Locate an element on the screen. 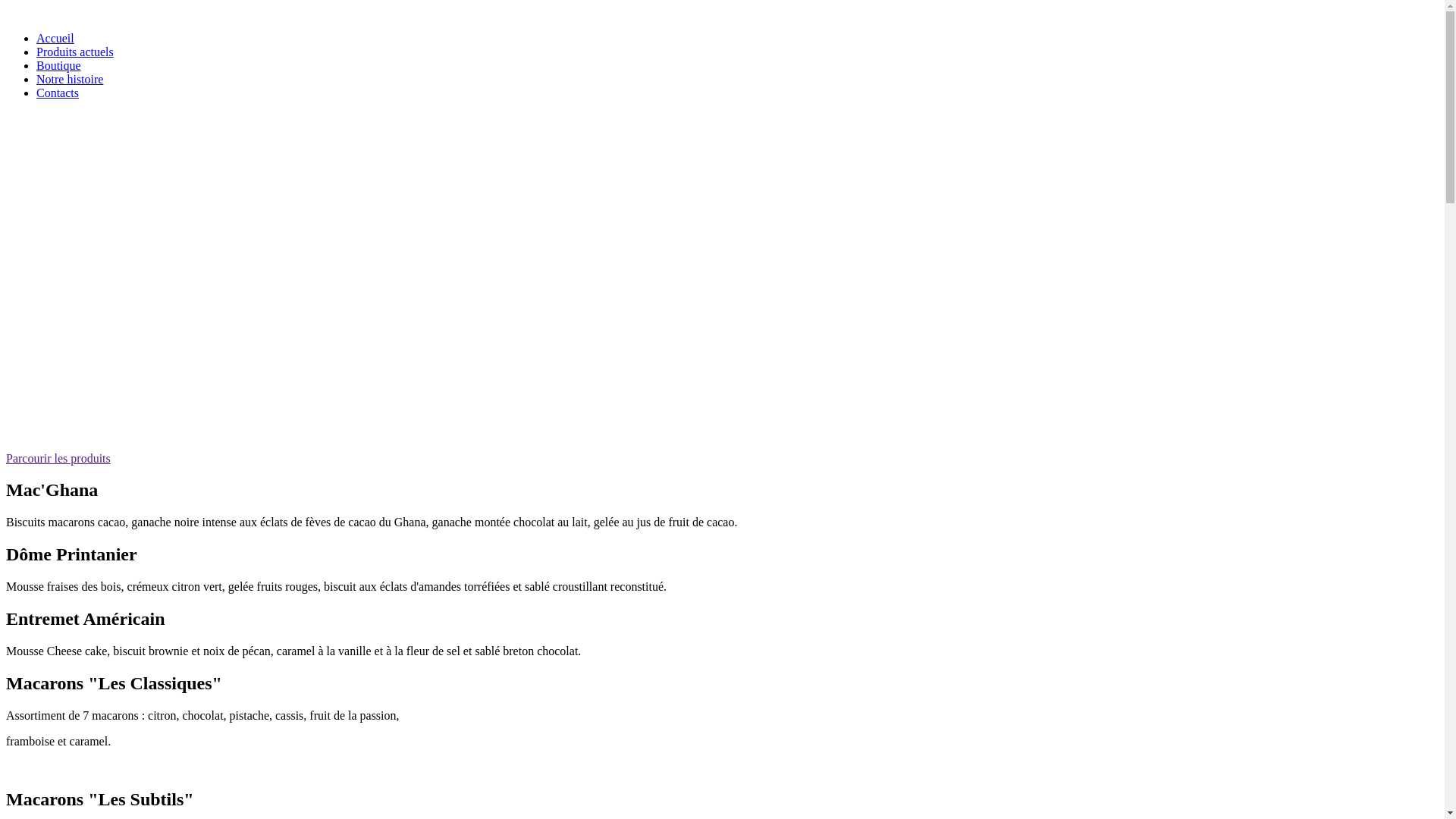  'Notre histoire' is located at coordinates (68, 79).